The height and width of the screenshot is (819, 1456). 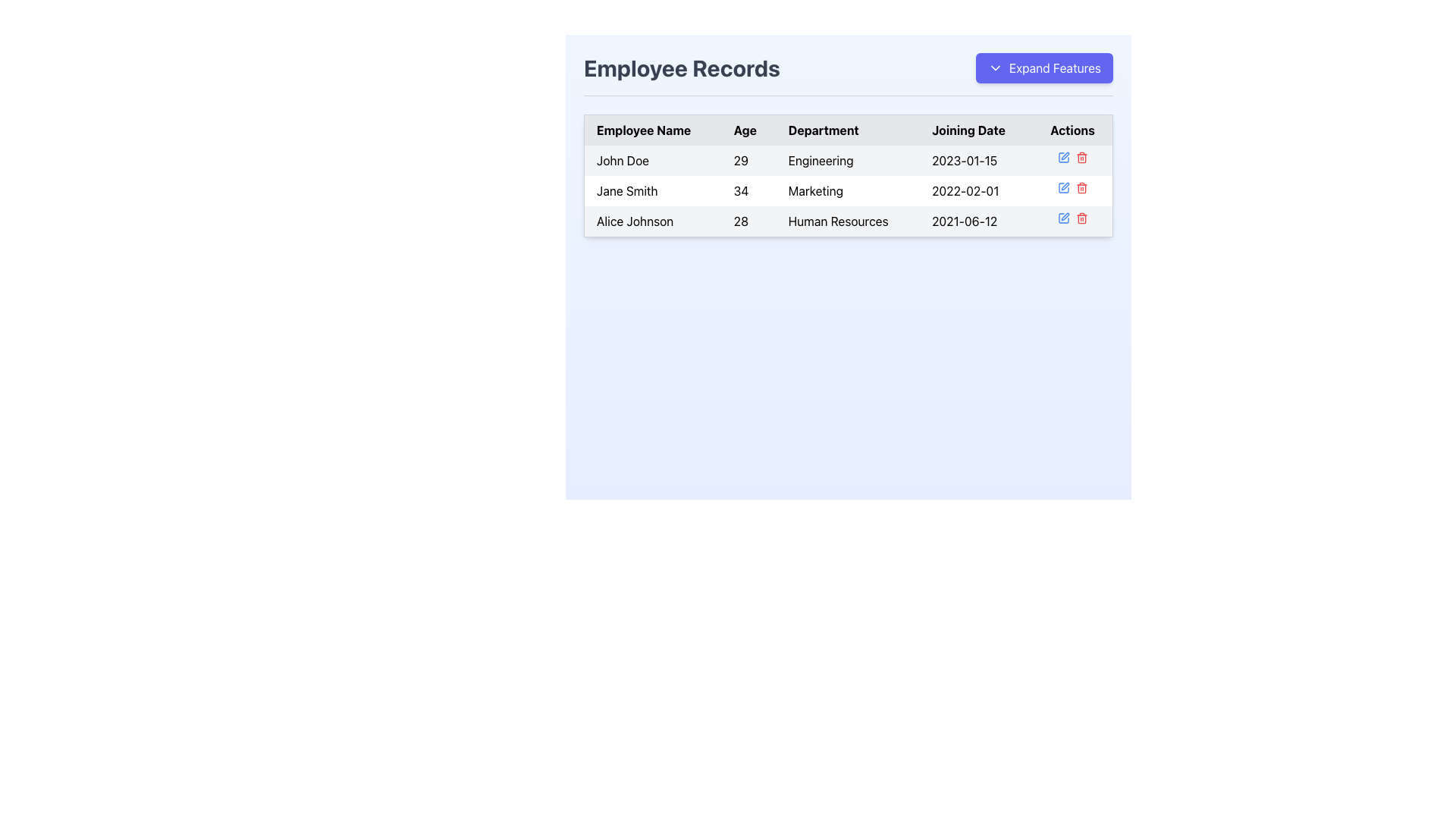 I want to click on the blue edit icon in the Actions column of the row for John Doe, so click(x=1072, y=158).